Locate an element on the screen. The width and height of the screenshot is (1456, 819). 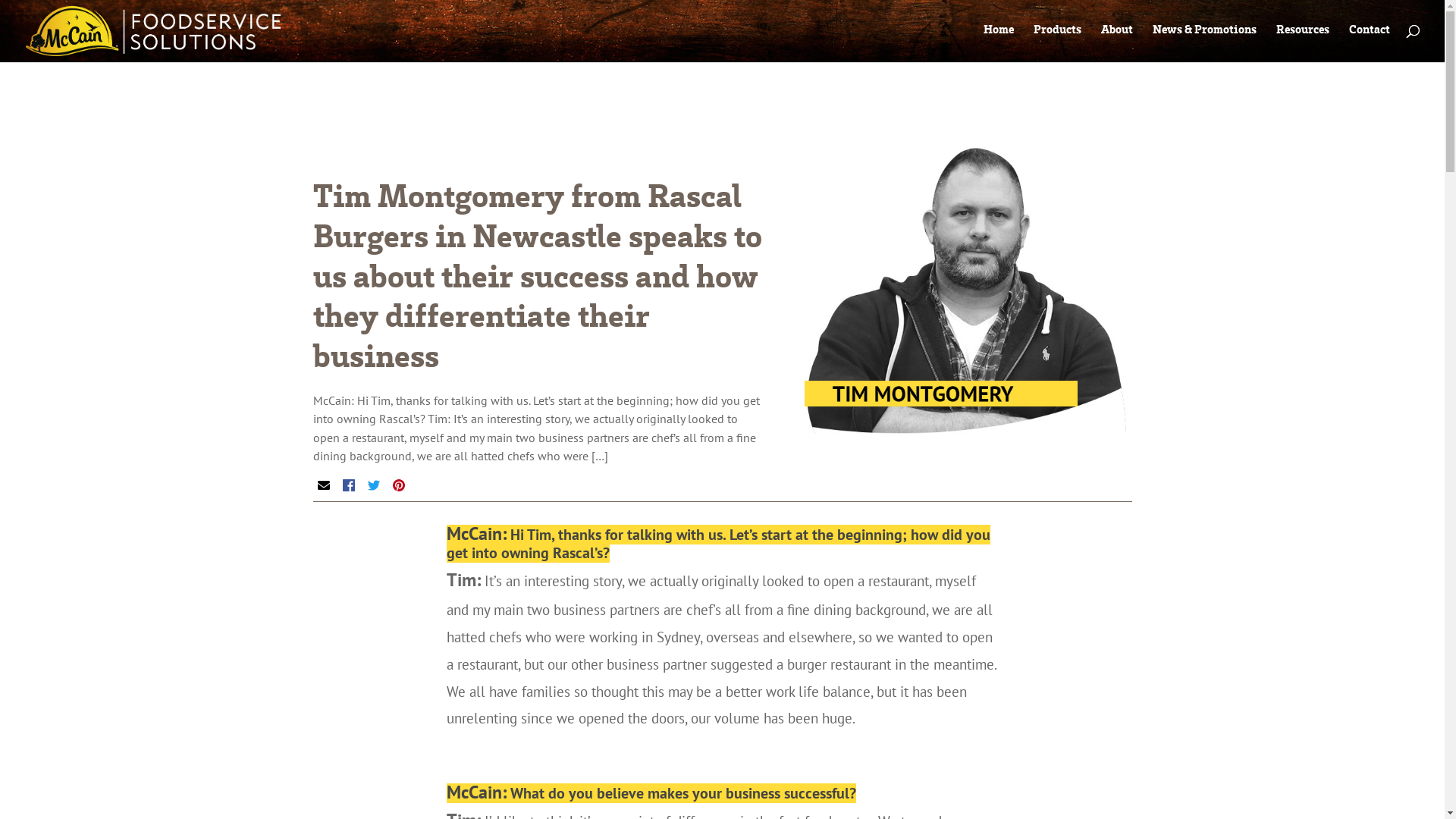
'Contact' is located at coordinates (1369, 32).